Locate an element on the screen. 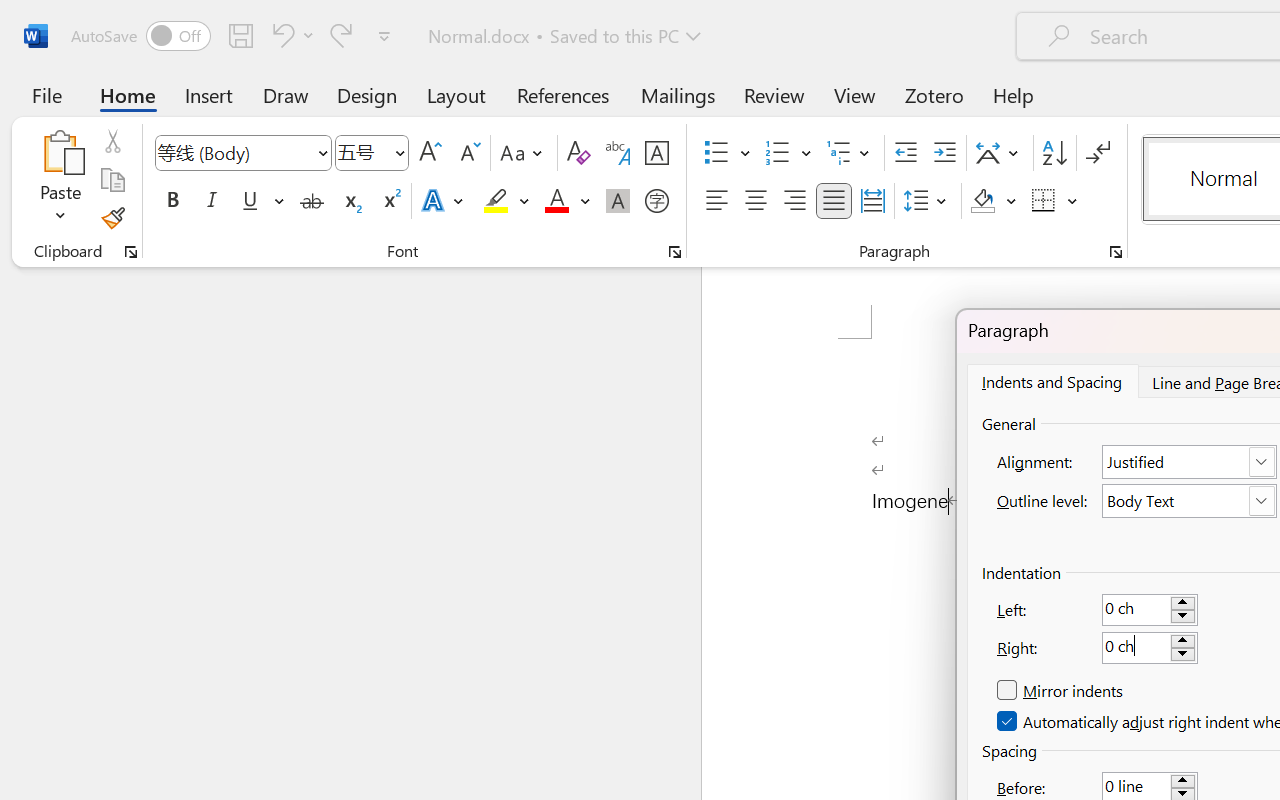 Image resolution: width=1280 pixels, height=800 pixels. 'Decrease Indent' is located at coordinates (905, 153).